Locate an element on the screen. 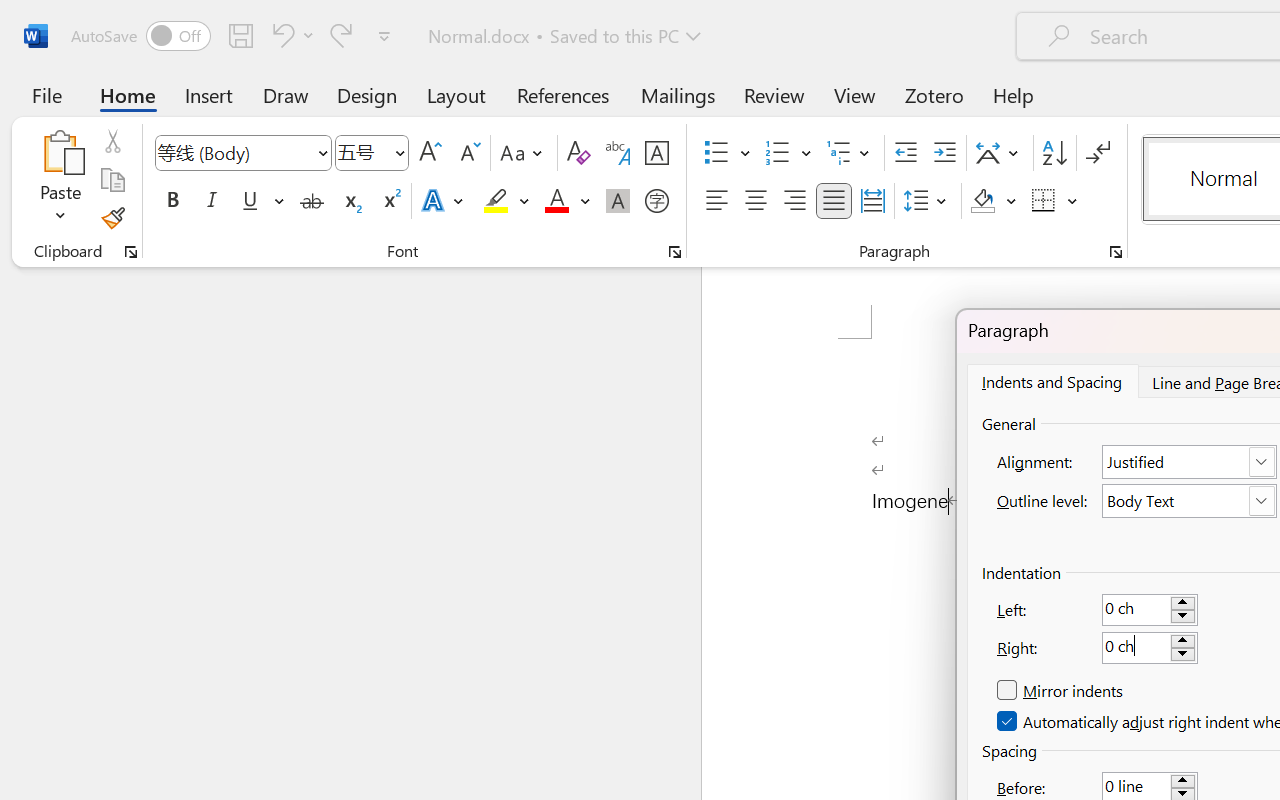 Image resolution: width=1280 pixels, height=800 pixels. 'Decrease Indent' is located at coordinates (905, 153).